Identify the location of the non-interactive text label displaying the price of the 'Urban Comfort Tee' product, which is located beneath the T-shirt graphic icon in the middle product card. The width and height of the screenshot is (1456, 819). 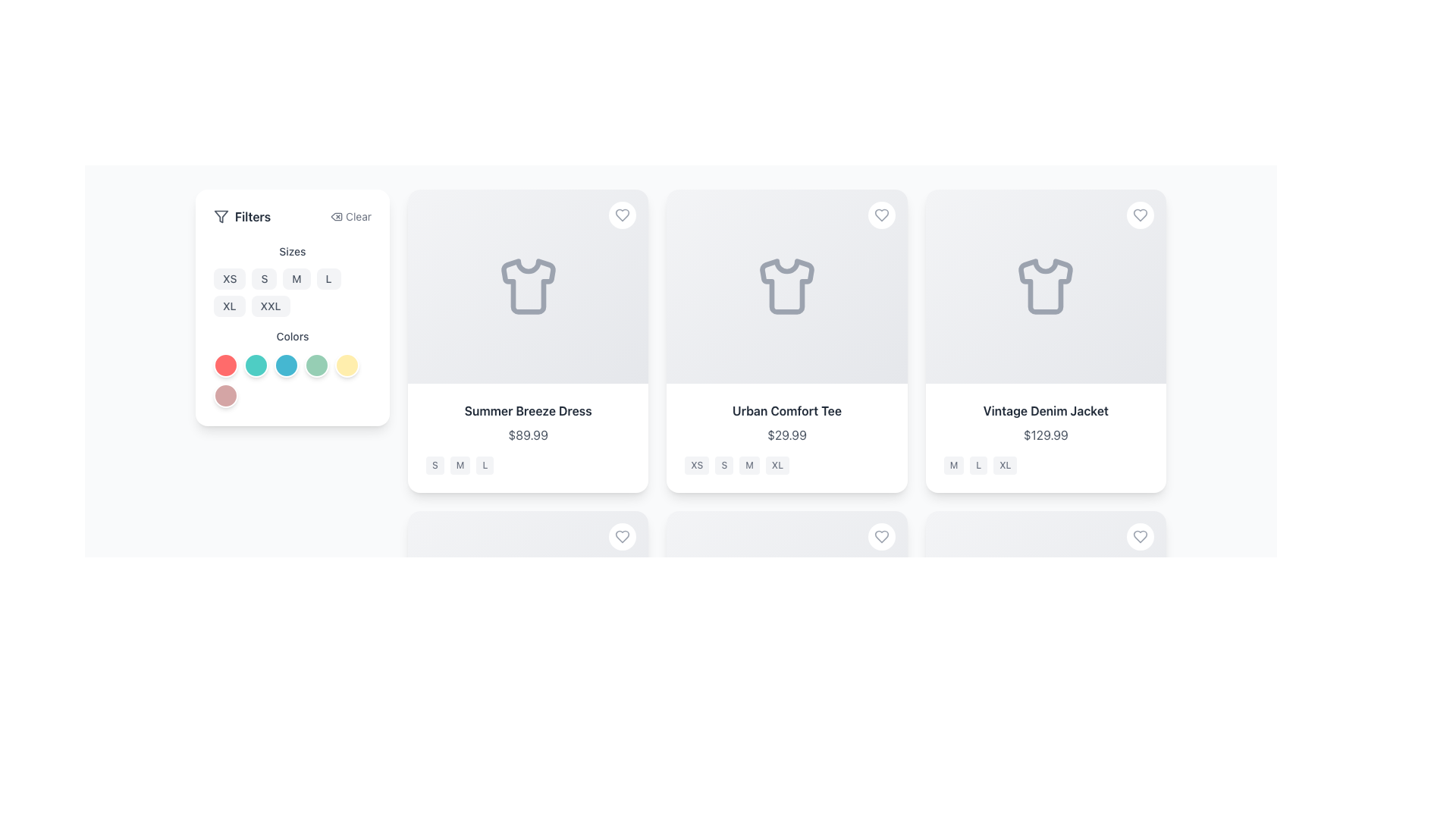
(786, 435).